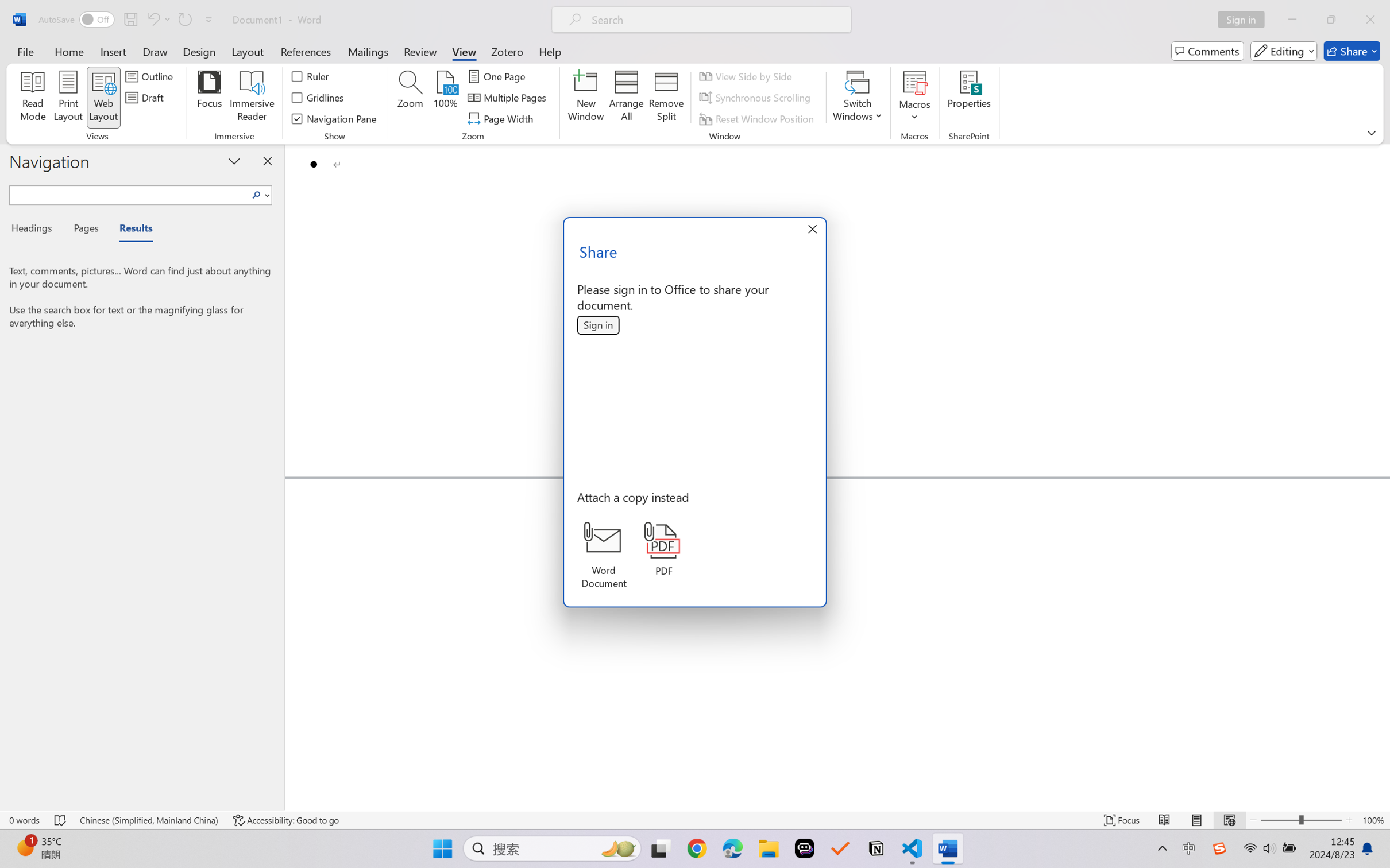  What do you see at coordinates (410, 98) in the screenshot?
I see `'Zoom...'` at bounding box center [410, 98].